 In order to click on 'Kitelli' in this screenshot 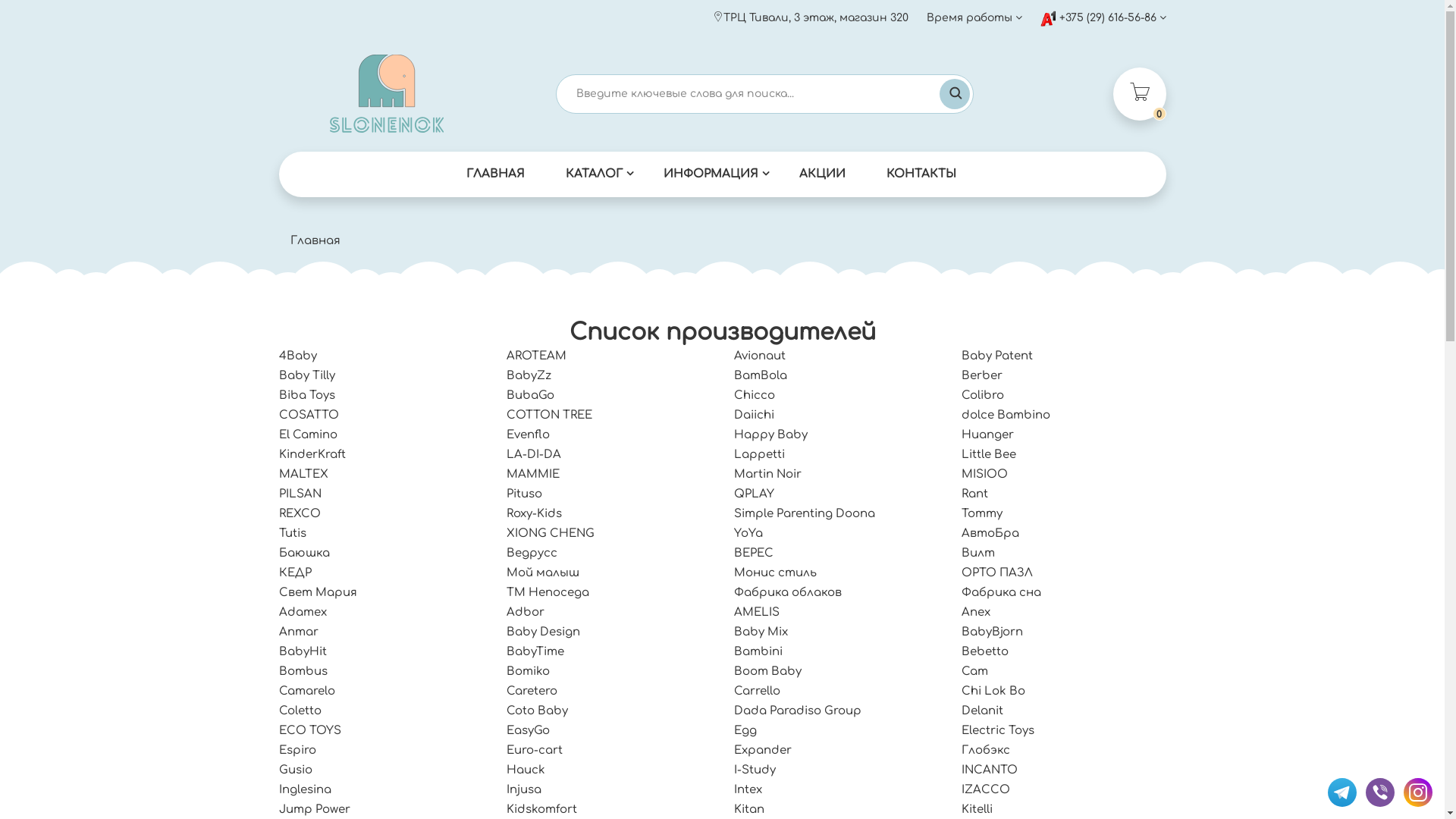, I will do `click(977, 808)`.